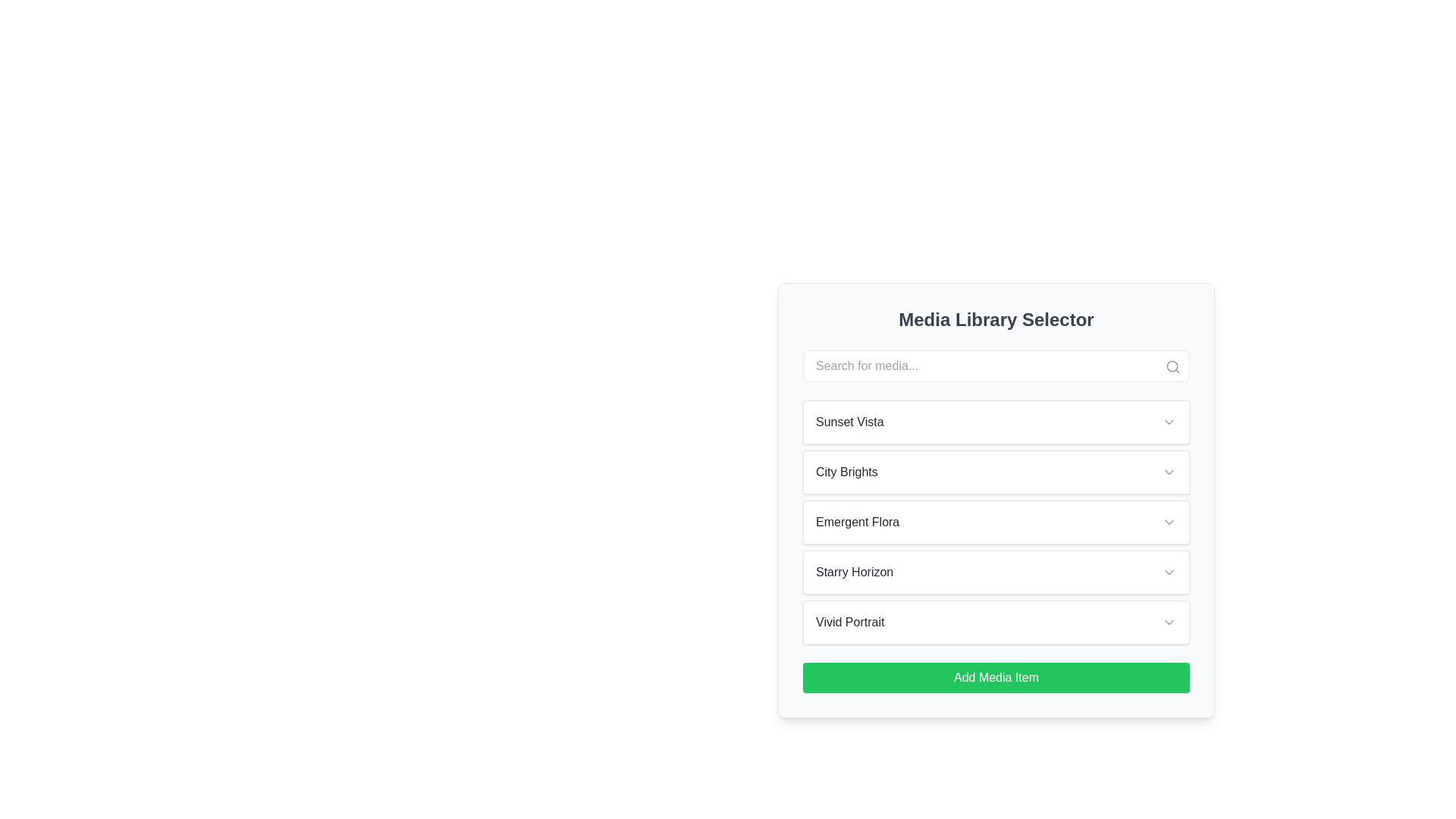 The image size is (1456, 819). I want to click on the third selectable item labeled 'Emergent Flora' in the vertically-stacked list inside the 'Media Library Selector' panel, so click(996, 522).